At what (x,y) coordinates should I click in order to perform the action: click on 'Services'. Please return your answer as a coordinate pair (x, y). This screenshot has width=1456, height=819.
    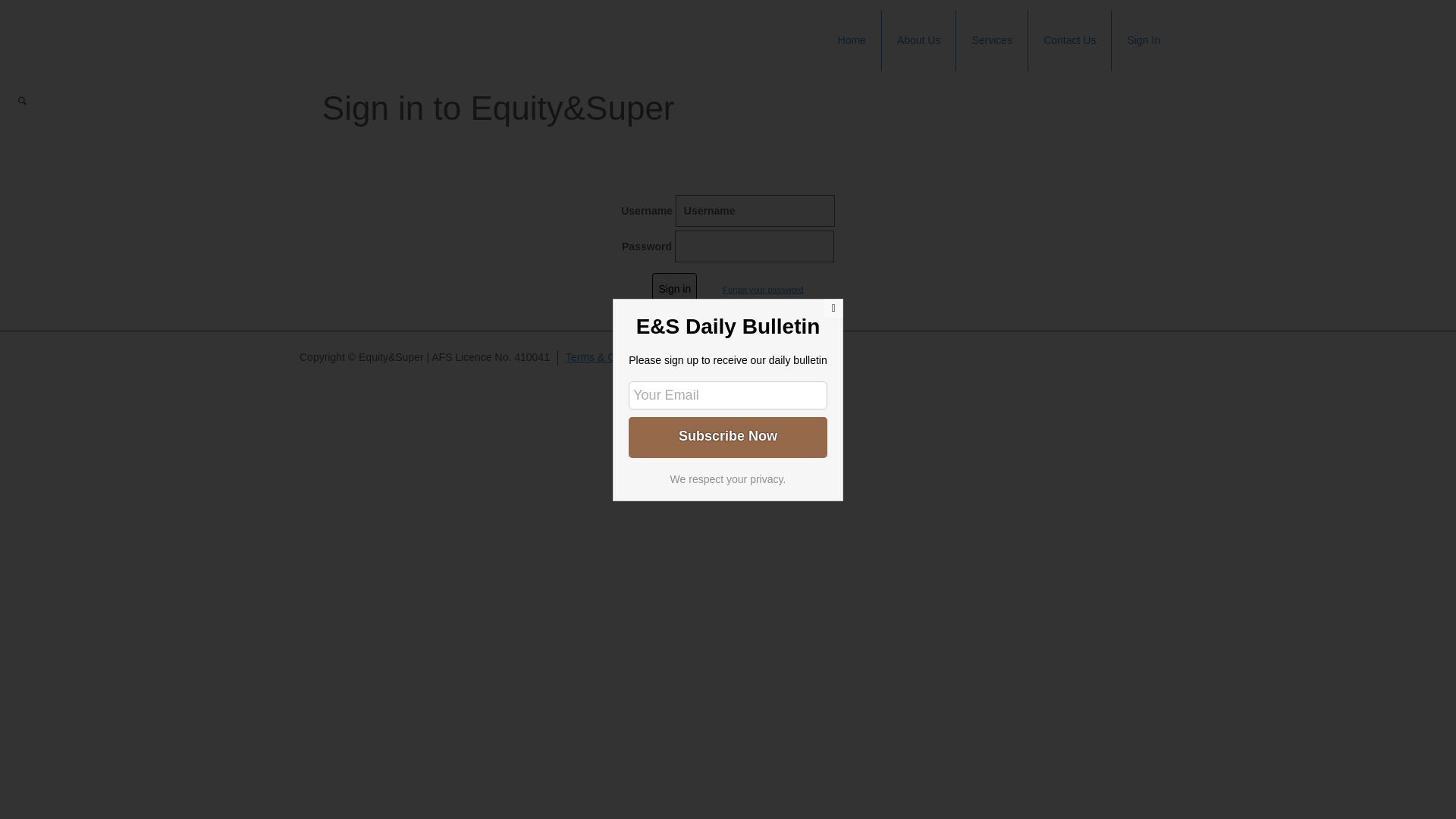
    Looking at the image, I should click on (992, 40).